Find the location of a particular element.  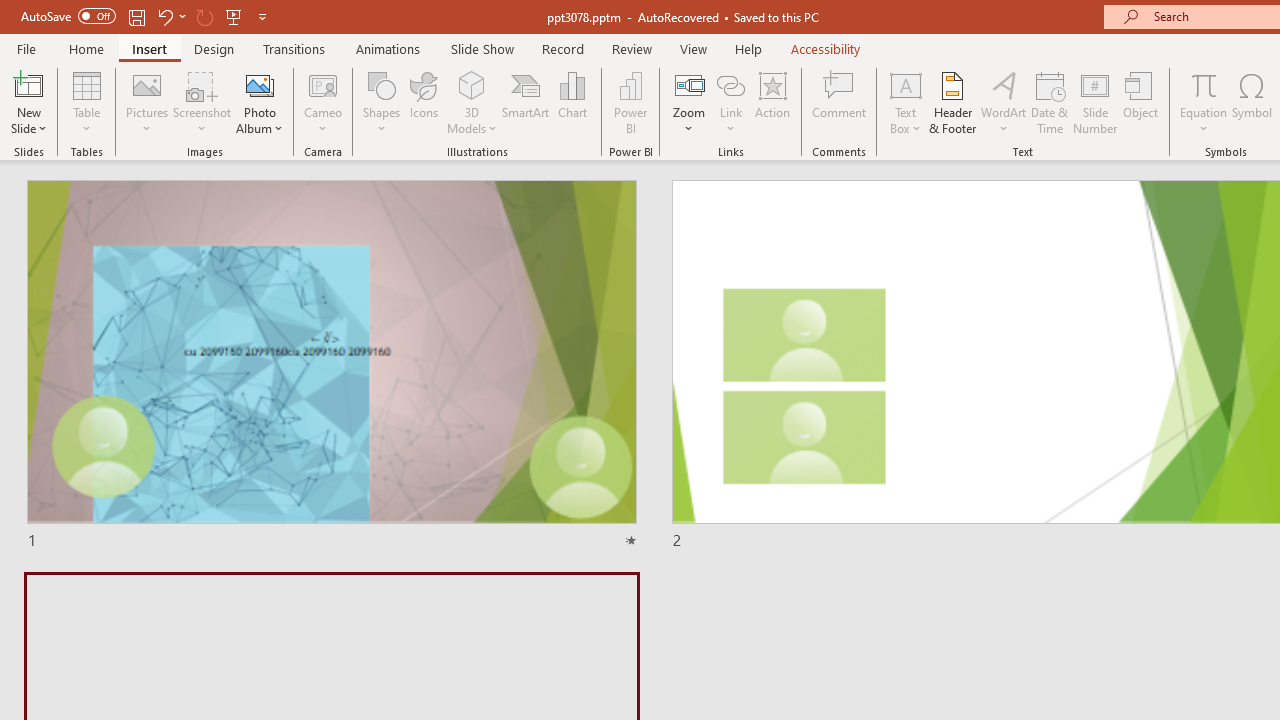

'Link' is located at coordinates (730, 103).